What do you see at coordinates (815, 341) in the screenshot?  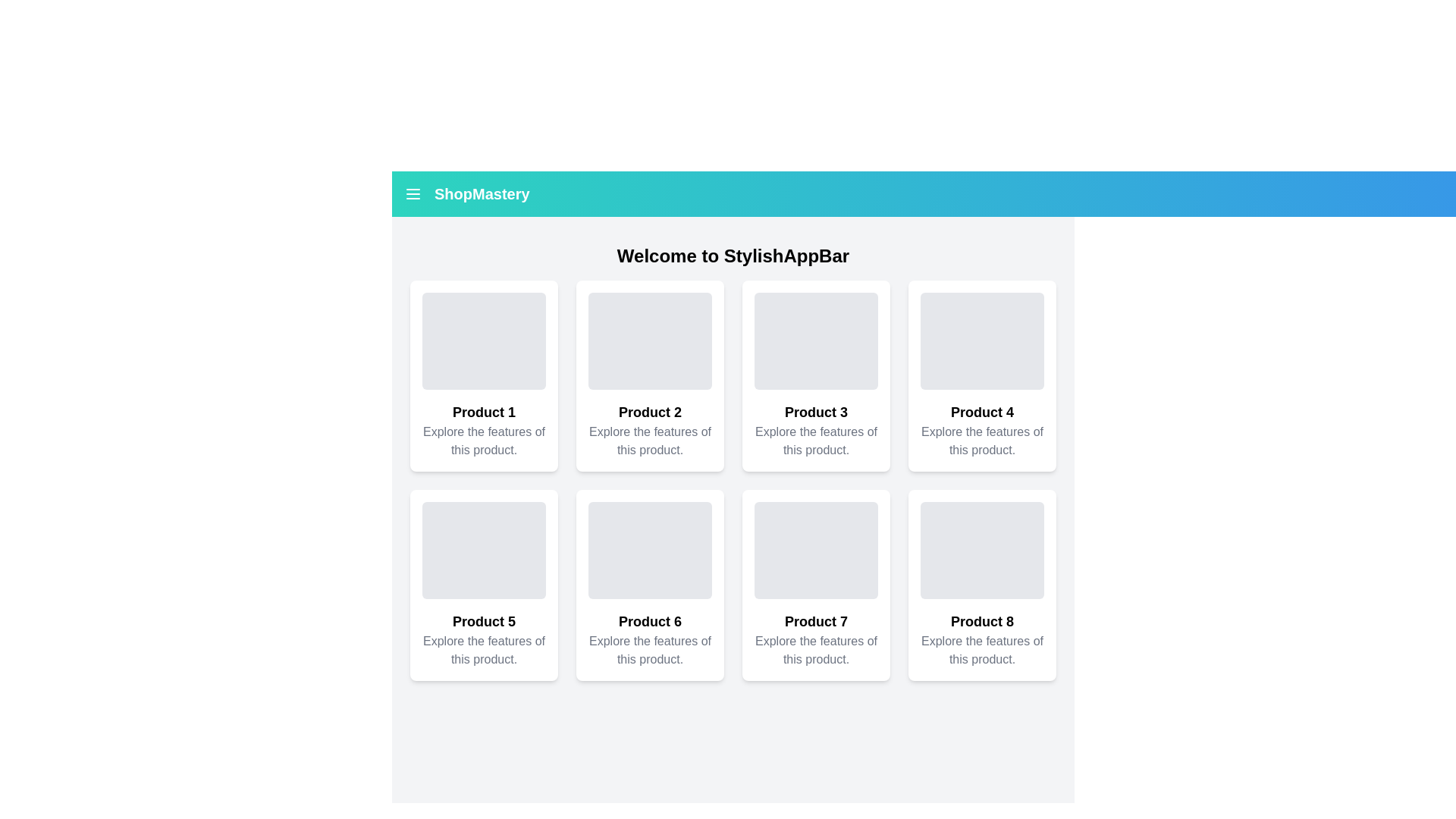 I see `the Placeholder Area with a gray background and rounded corners located at the top of the 'Product 3' card` at bounding box center [815, 341].